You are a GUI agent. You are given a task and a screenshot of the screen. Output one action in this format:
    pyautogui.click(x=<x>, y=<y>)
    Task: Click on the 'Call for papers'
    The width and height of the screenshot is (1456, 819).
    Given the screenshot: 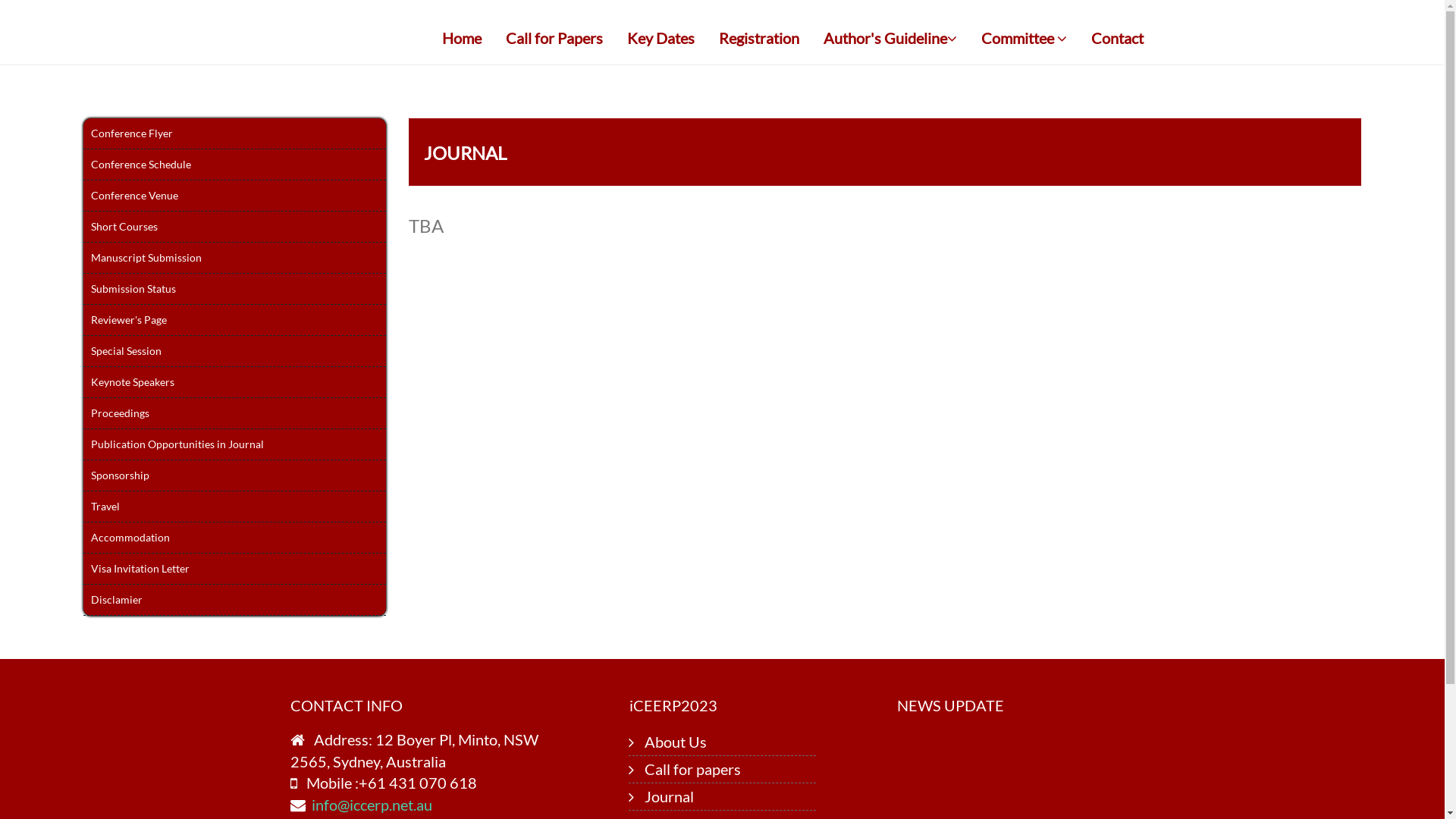 What is the action you would take?
    pyautogui.click(x=692, y=769)
    